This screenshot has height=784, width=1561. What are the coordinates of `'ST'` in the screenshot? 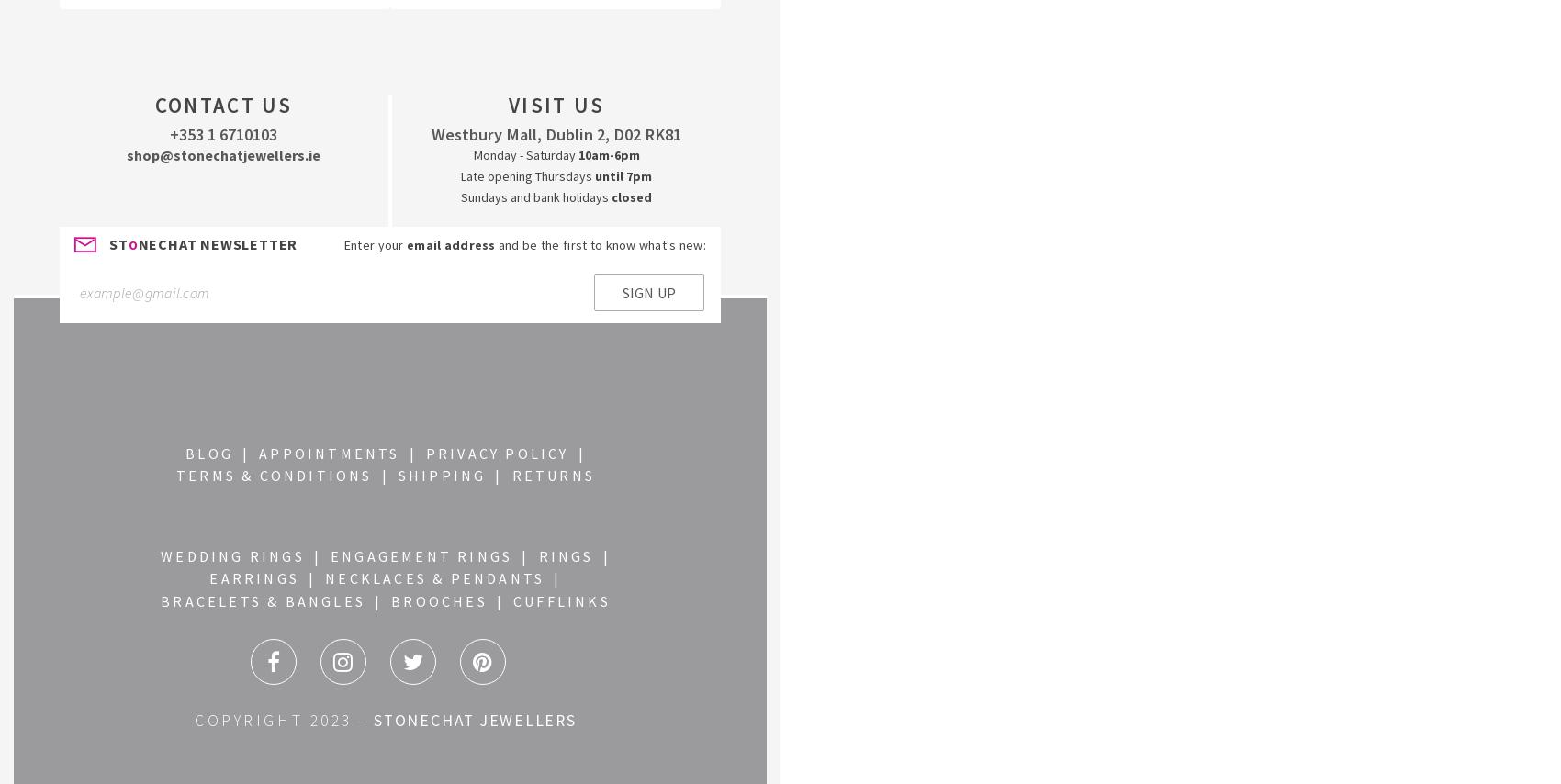 It's located at (108, 243).